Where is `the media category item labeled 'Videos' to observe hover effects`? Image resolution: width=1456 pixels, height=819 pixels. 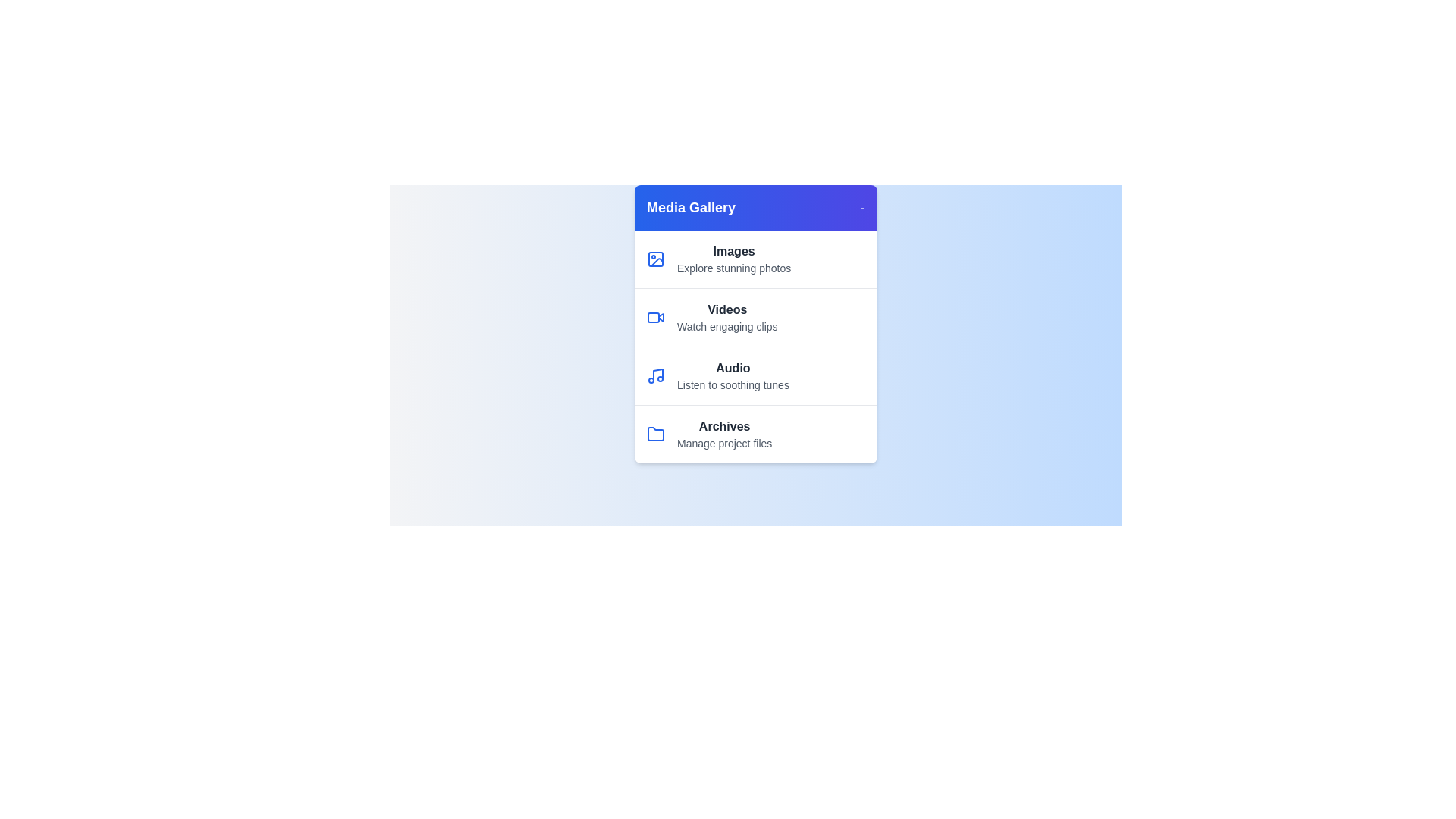 the media category item labeled 'Videos' to observe hover effects is located at coordinates (756, 316).